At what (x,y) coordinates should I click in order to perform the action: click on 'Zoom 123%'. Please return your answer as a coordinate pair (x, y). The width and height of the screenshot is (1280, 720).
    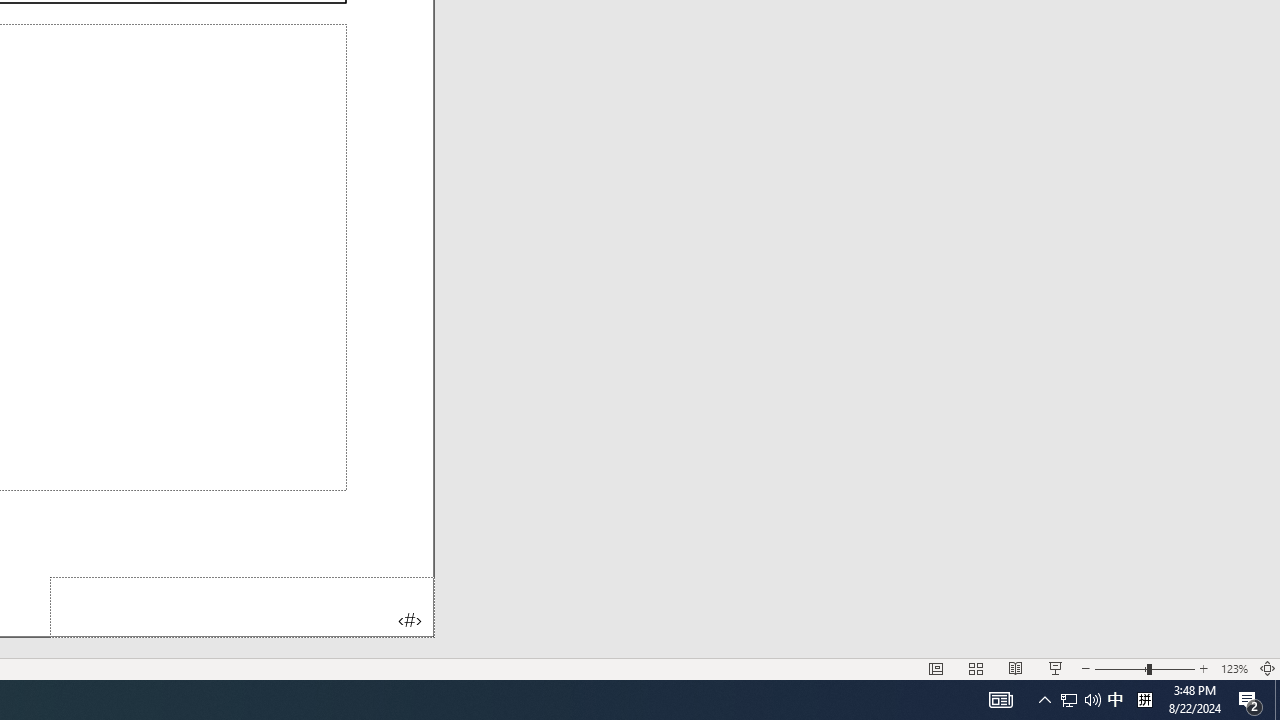
    Looking at the image, I should click on (1233, 669).